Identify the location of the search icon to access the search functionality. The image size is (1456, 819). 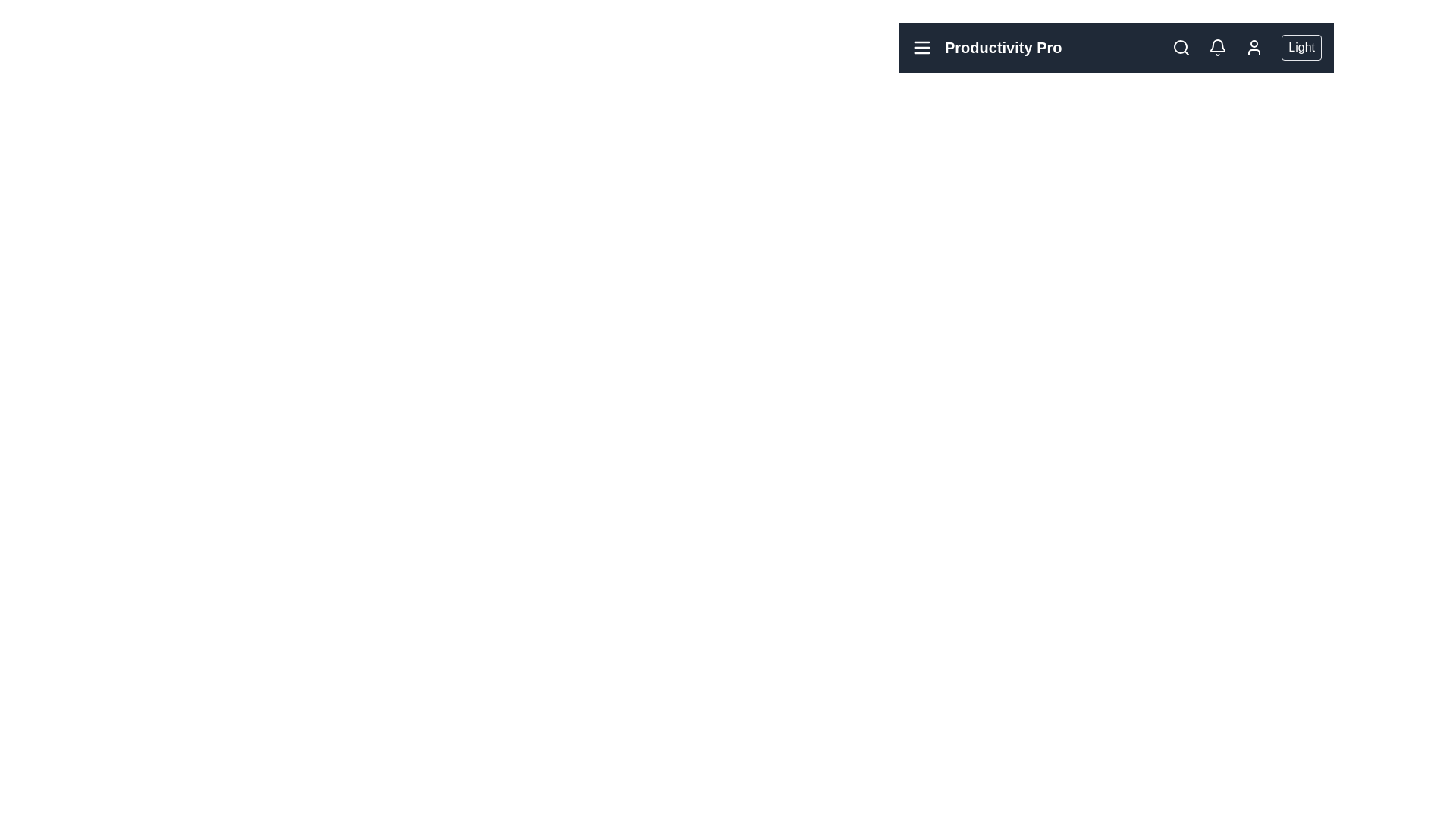
(1181, 46).